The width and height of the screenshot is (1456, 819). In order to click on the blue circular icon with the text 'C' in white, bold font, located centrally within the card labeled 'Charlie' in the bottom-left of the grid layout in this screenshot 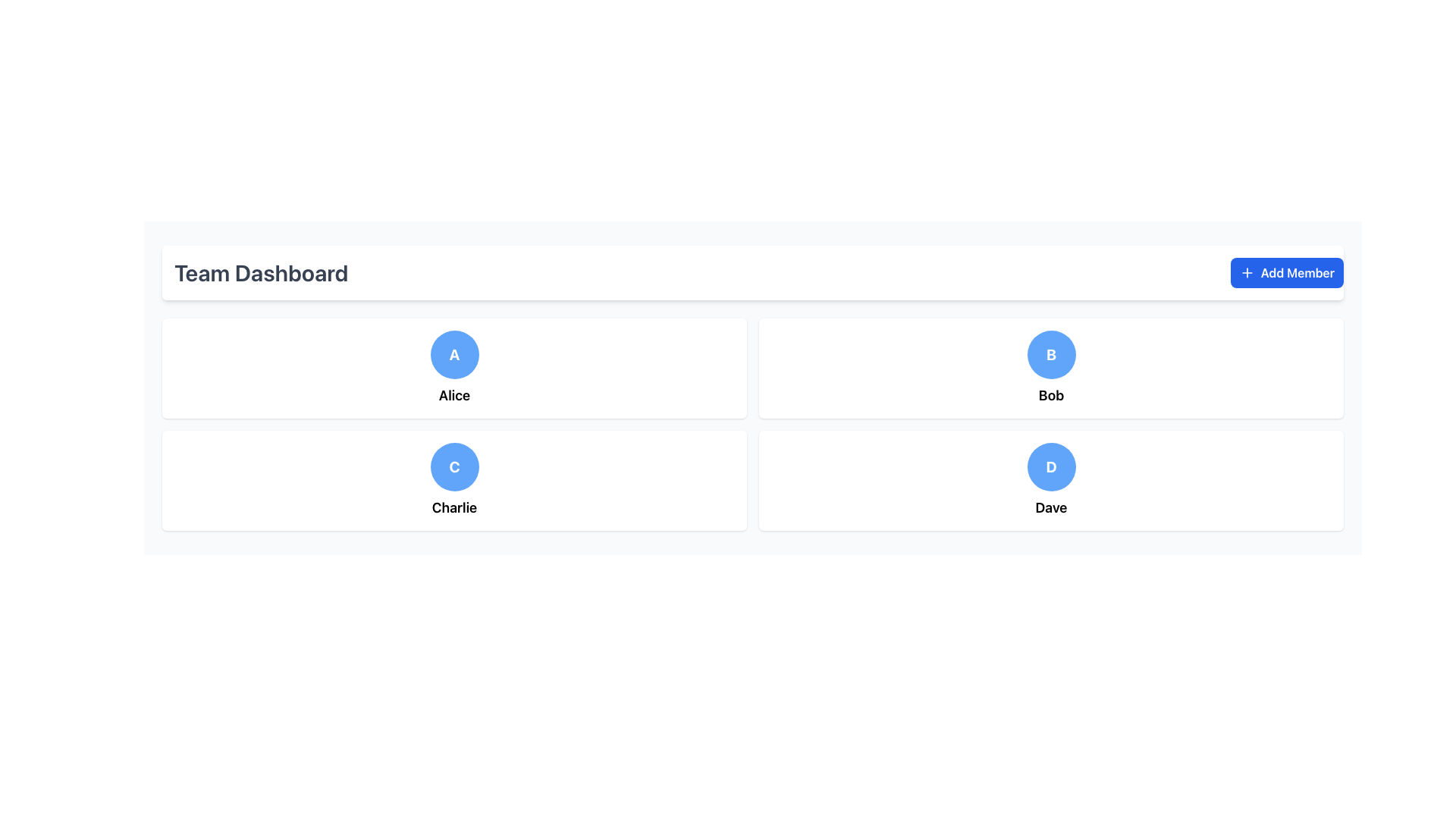, I will do `click(453, 466)`.